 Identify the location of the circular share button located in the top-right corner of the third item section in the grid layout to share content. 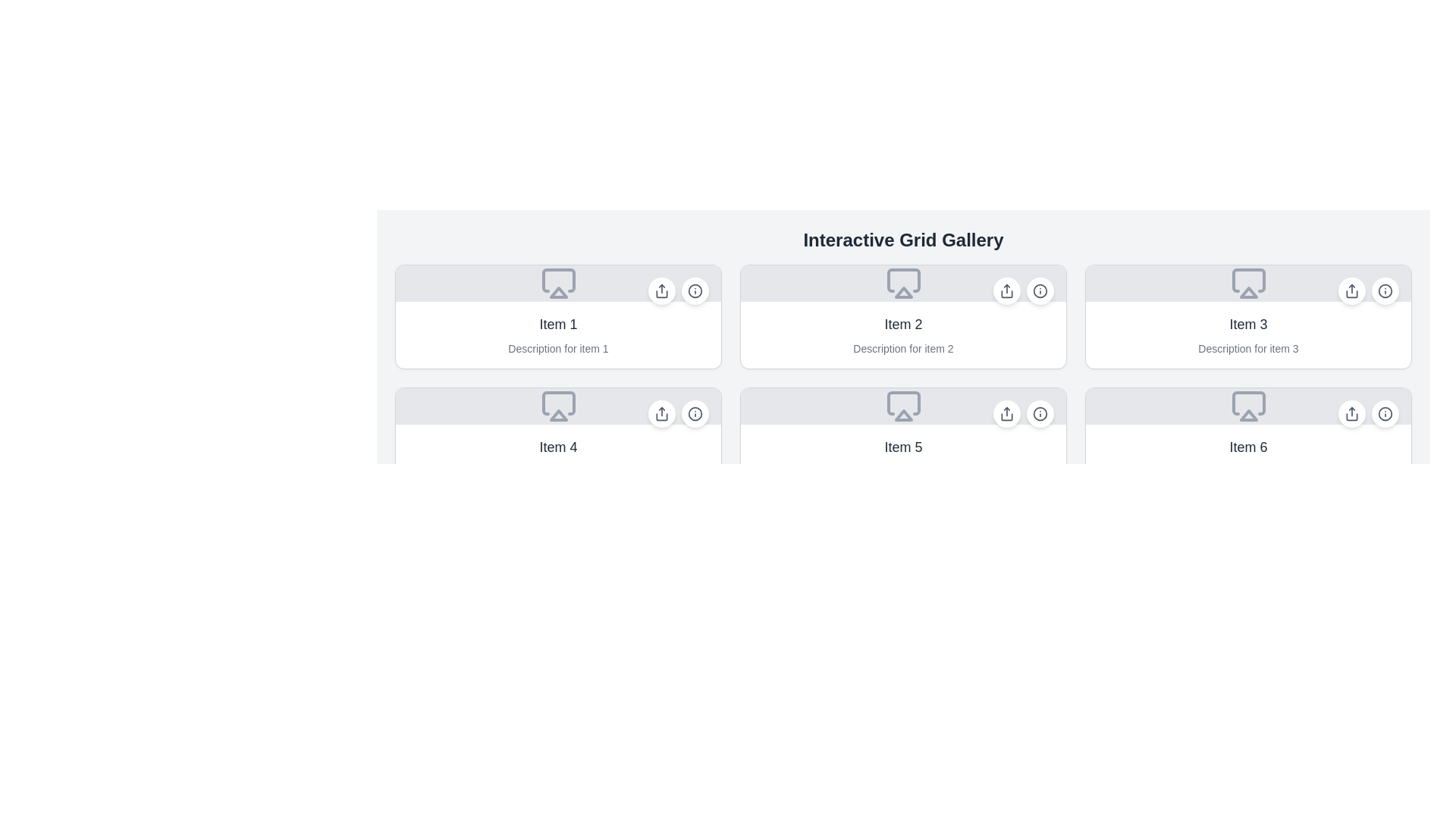
(1351, 291).